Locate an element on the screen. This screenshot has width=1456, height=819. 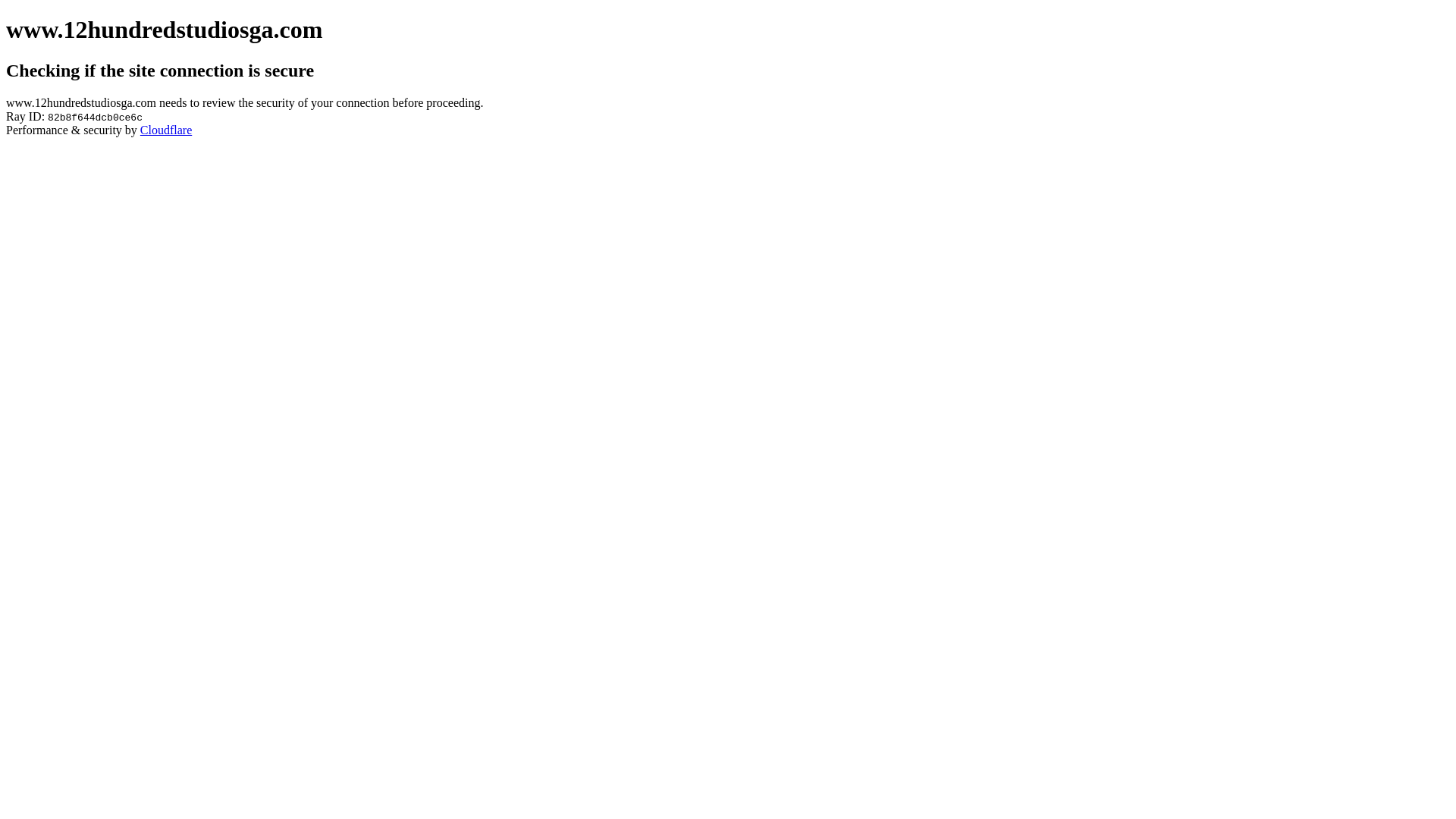
'Cloudflare' is located at coordinates (166, 129).